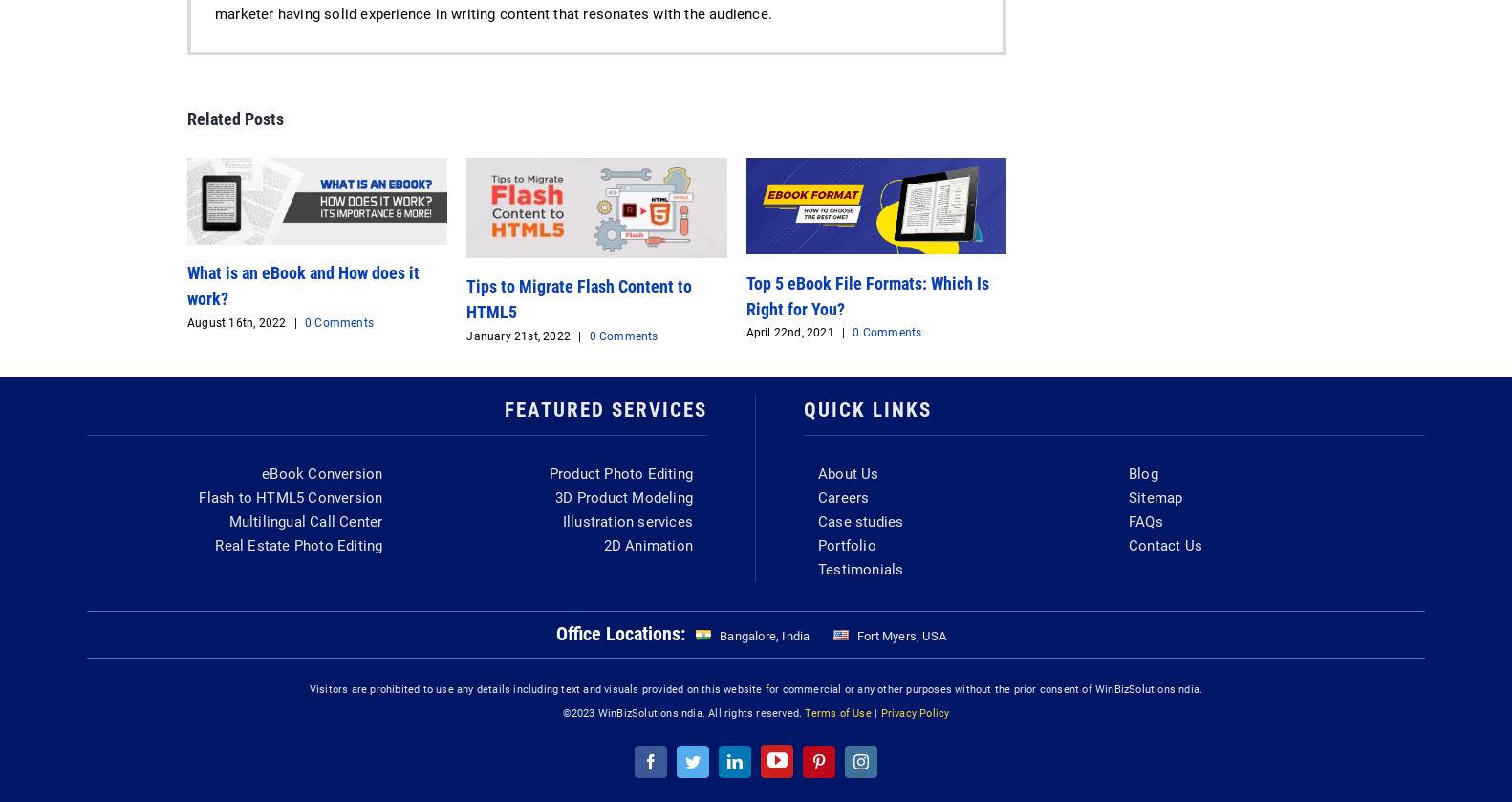 The height and width of the screenshot is (802, 1512). Describe the element at coordinates (291, 496) in the screenshot. I see `'Flash to HTML5 Conversion'` at that location.